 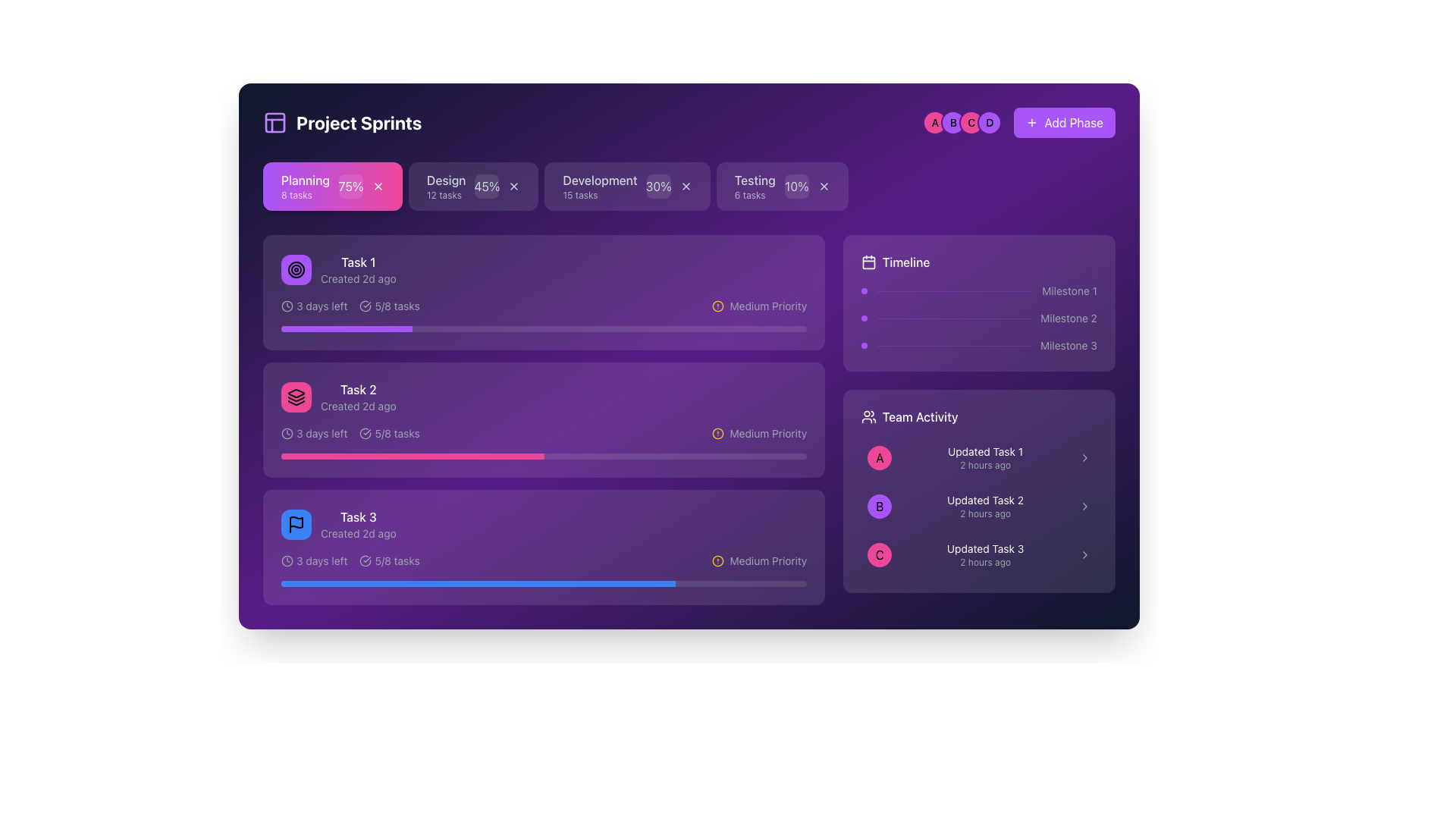 What do you see at coordinates (1068, 345) in the screenshot?
I see `the text label 'Milestone 3' which is styled in a small gray font on a purple background, located at the bottom-right section of the timeline widget` at bounding box center [1068, 345].